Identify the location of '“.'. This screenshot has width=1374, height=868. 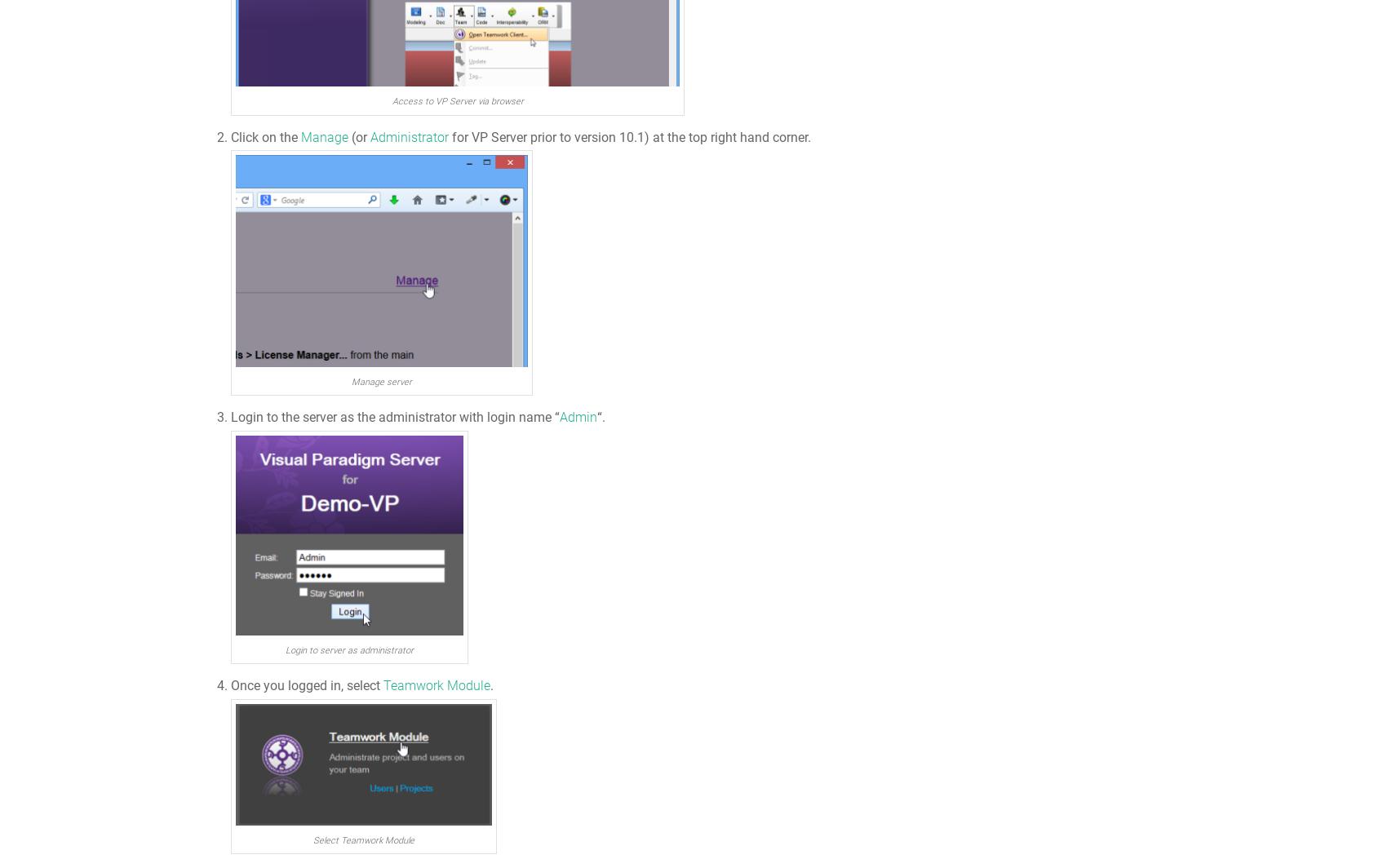
(601, 417).